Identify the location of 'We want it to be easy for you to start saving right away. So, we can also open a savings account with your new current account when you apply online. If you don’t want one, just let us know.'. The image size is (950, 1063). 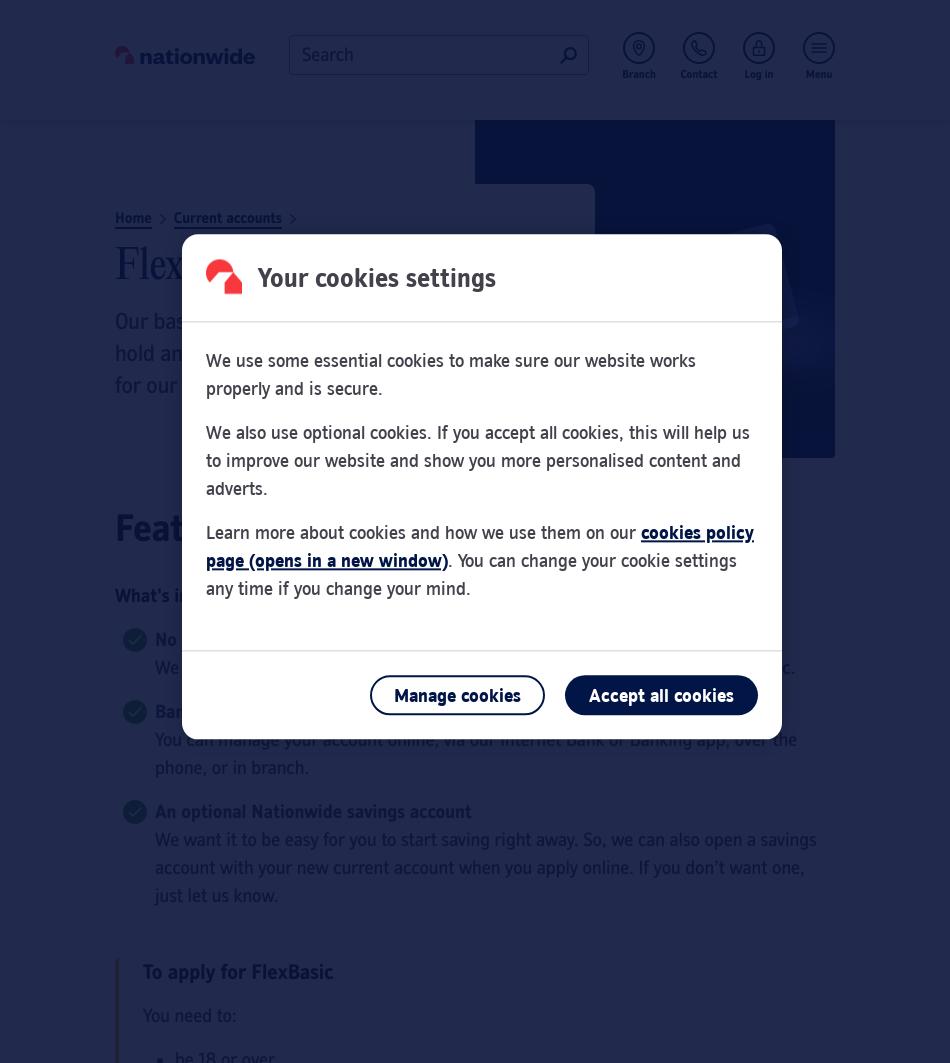
(485, 867).